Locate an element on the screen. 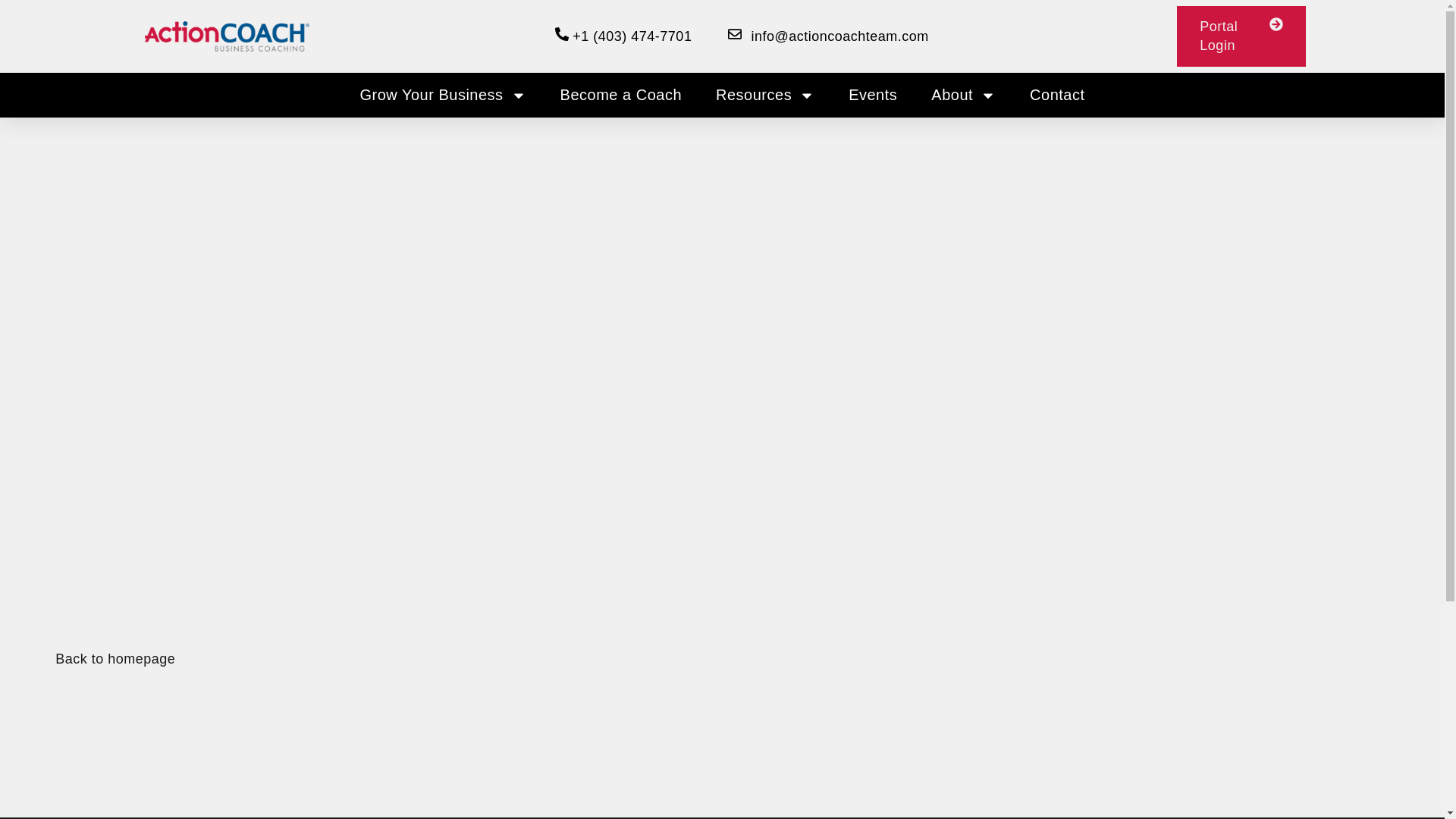 This screenshot has height=819, width=1456. 'Become a Coach' is located at coordinates (552, 95).